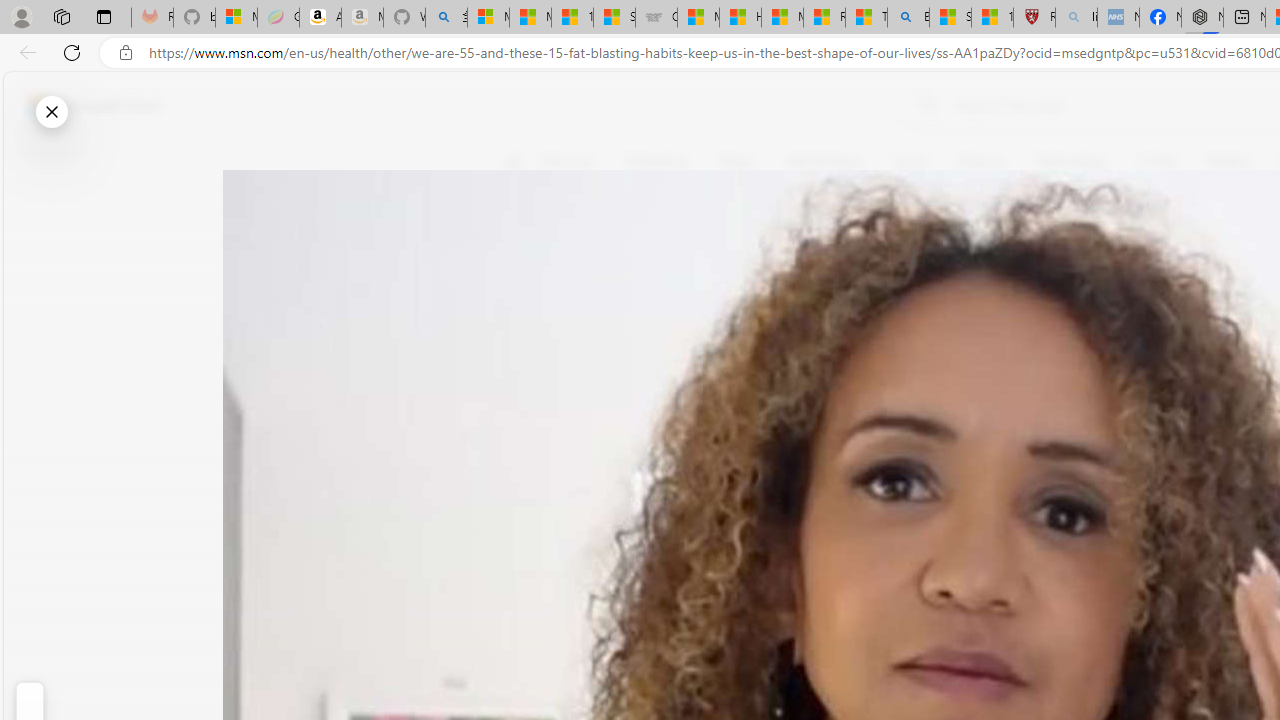 Image resolution: width=1280 pixels, height=720 pixels. I want to click on 'News', so click(737, 162).